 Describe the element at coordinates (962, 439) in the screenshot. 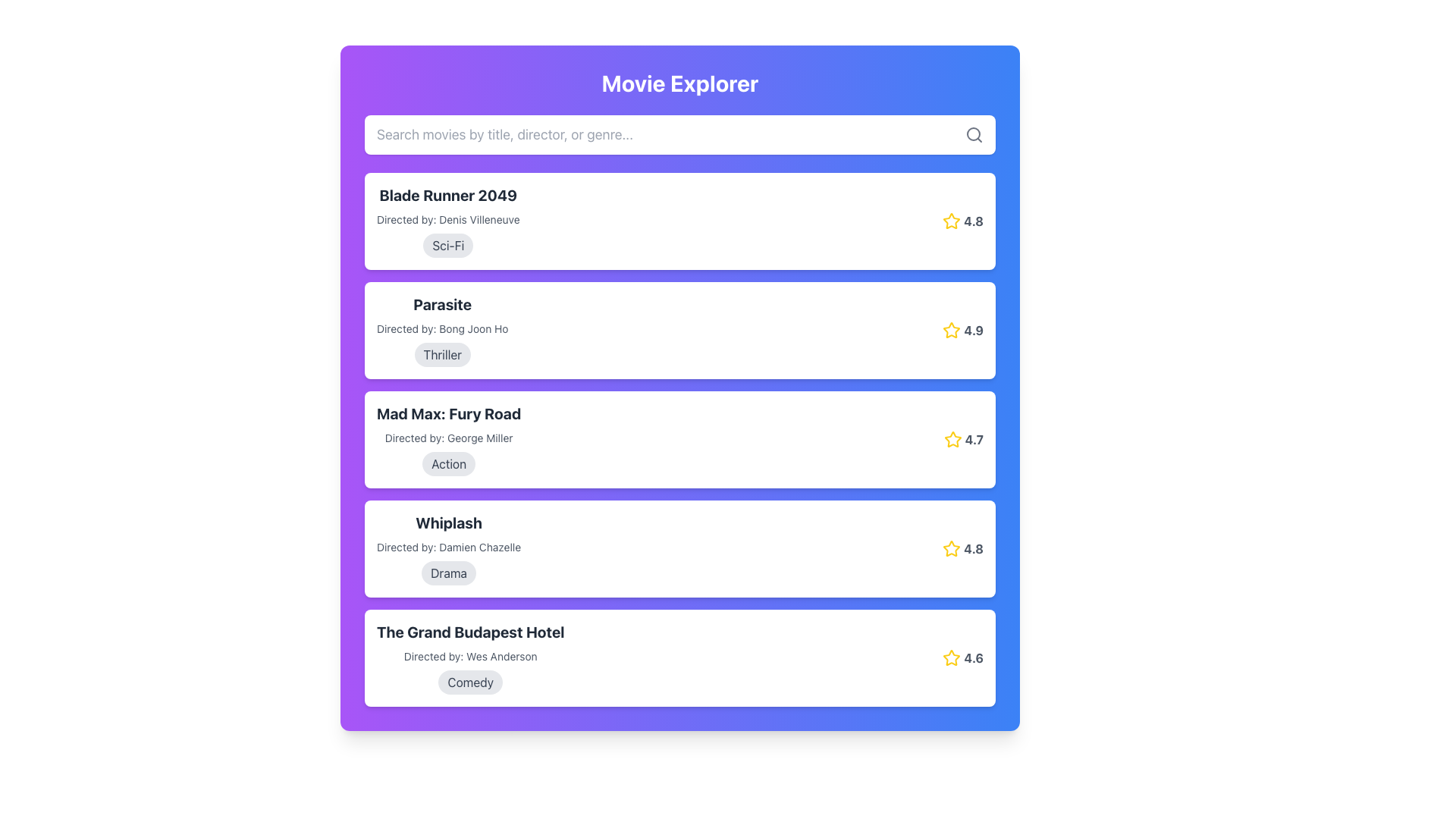

I see `the rating display for the movie 'Mad Max: Fury Road', which is located at the top right corner of the movie card` at that location.